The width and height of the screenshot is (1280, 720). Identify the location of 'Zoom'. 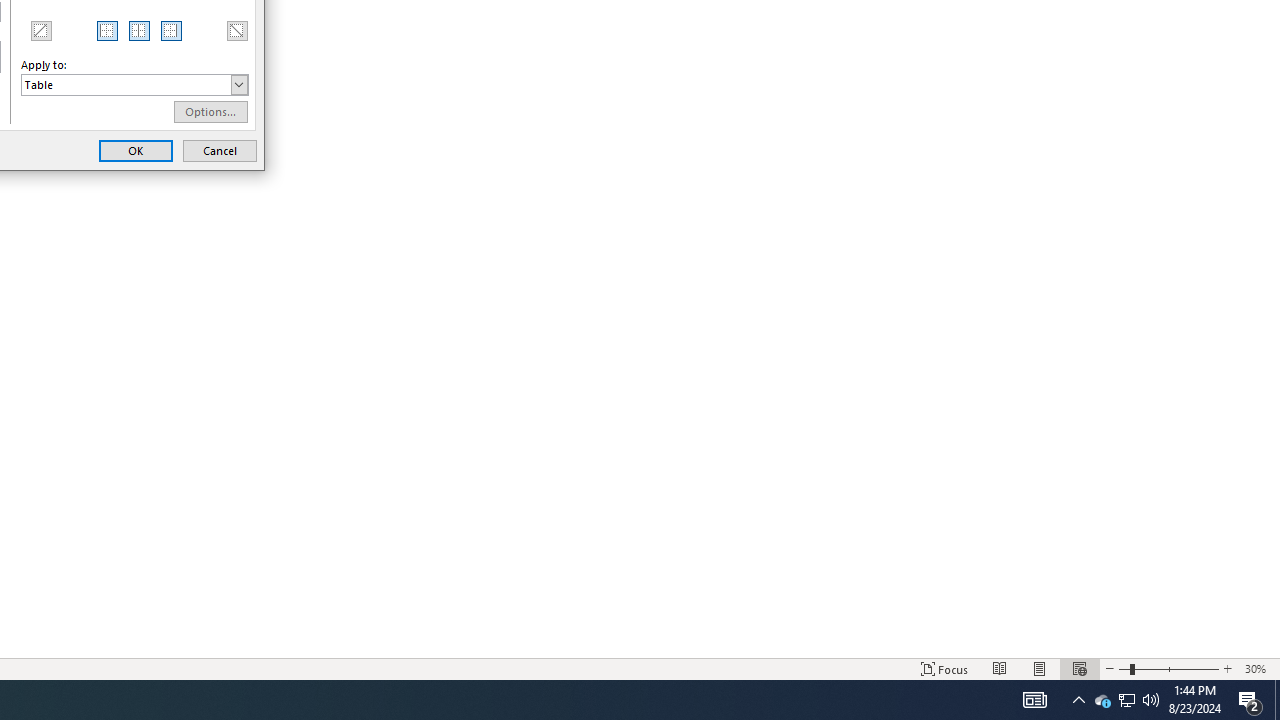
(1168, 669).